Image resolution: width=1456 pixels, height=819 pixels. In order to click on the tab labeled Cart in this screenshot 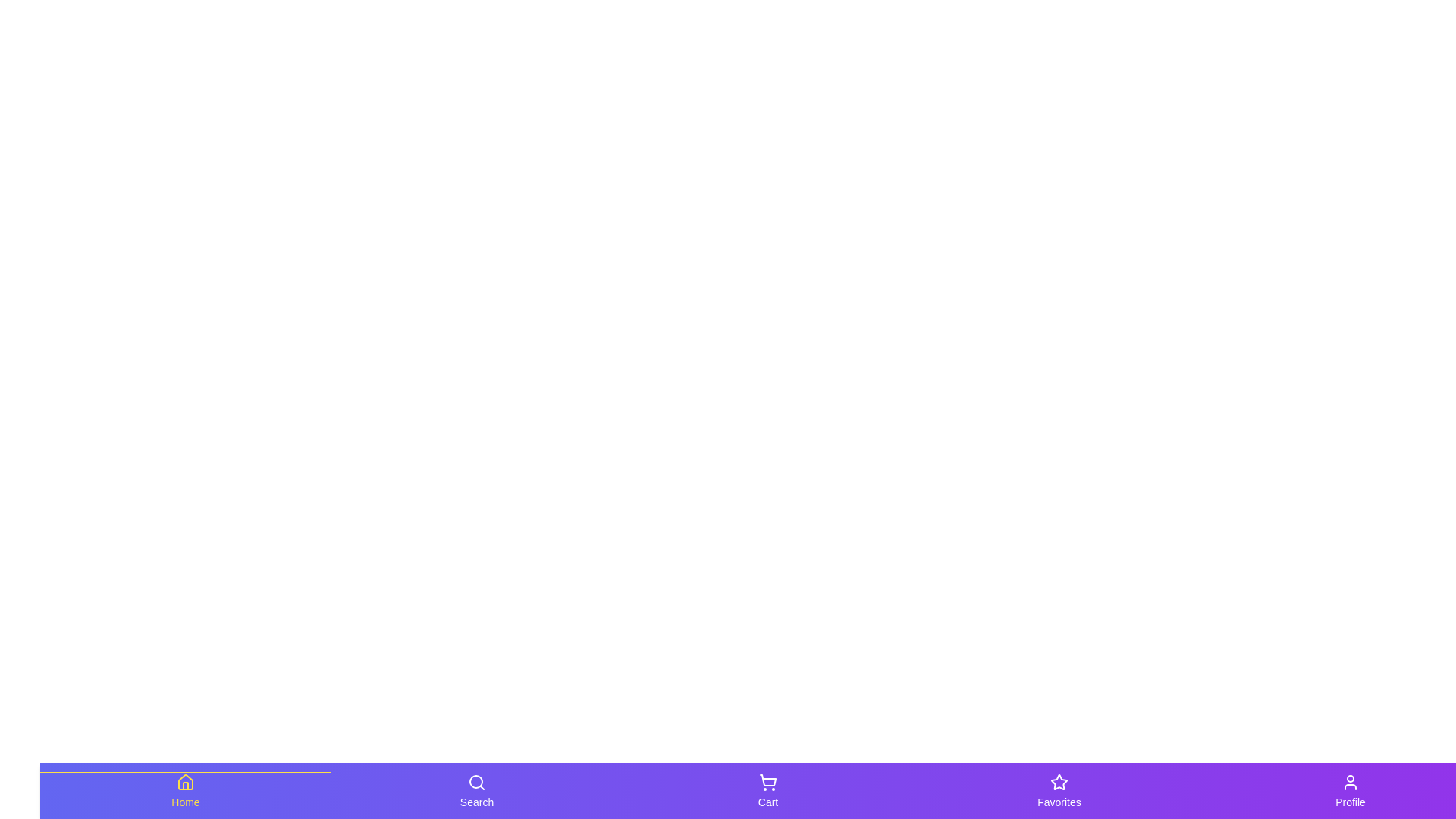, I will do `click(767, 789)`.